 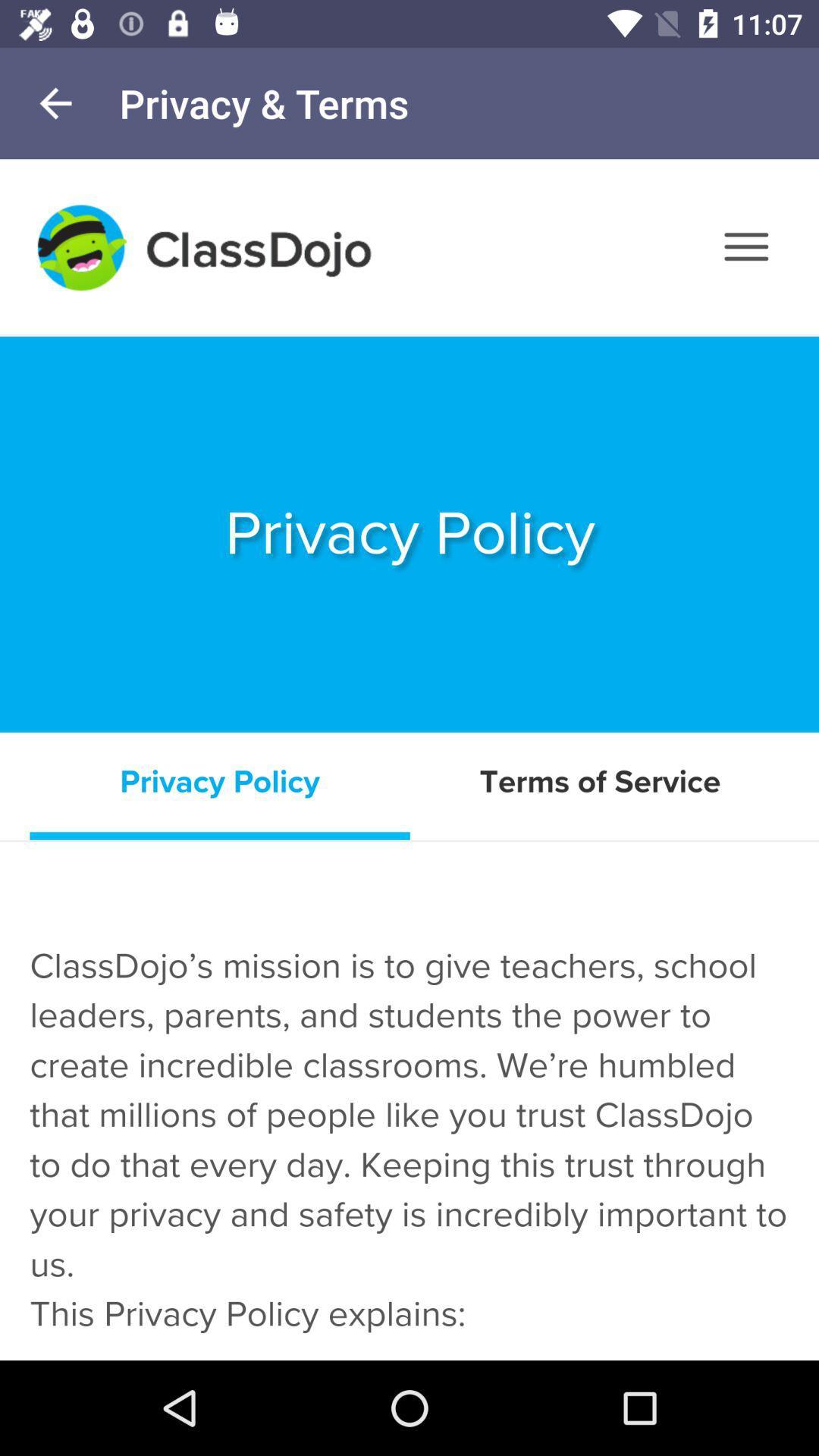 I want to click on color print, so click(x=409, y=760).